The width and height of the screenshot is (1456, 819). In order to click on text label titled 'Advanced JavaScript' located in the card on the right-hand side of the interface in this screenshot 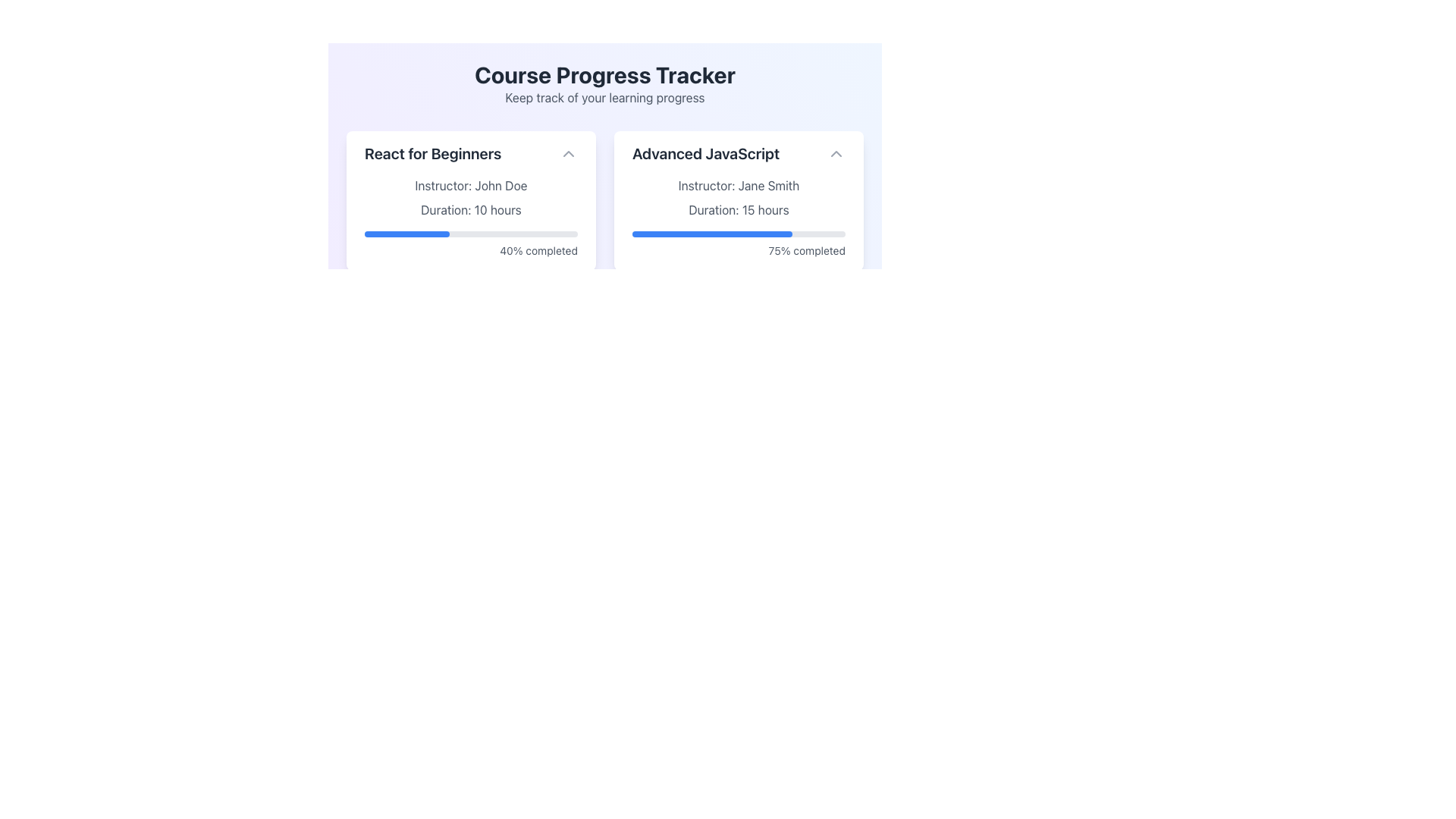, I will do `click(705, 154)`.